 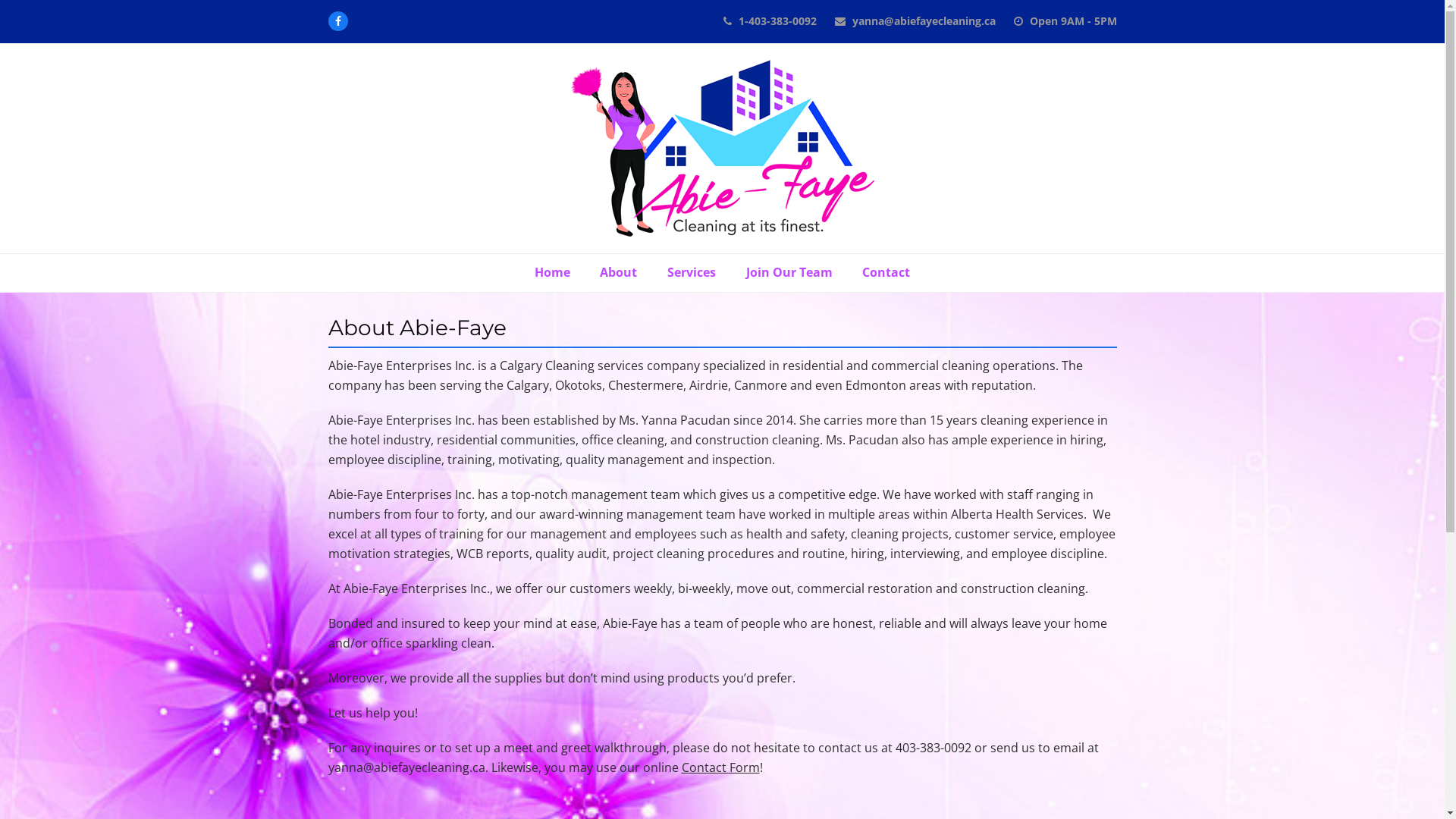 I want to click on 'Home', so click(x=551, y=271).